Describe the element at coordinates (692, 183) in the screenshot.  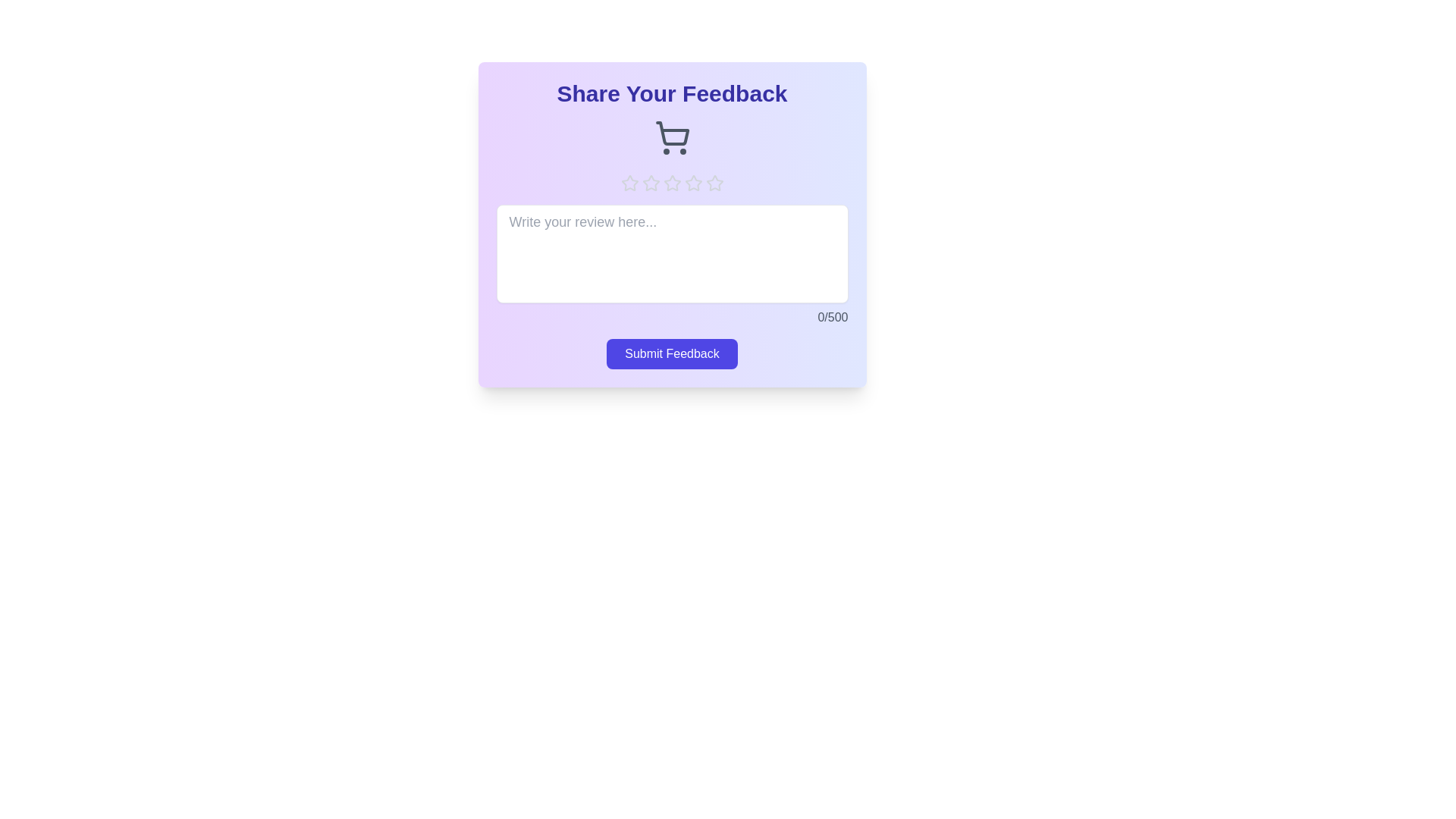
I see `the star corresponding to the rating 4` at that location.